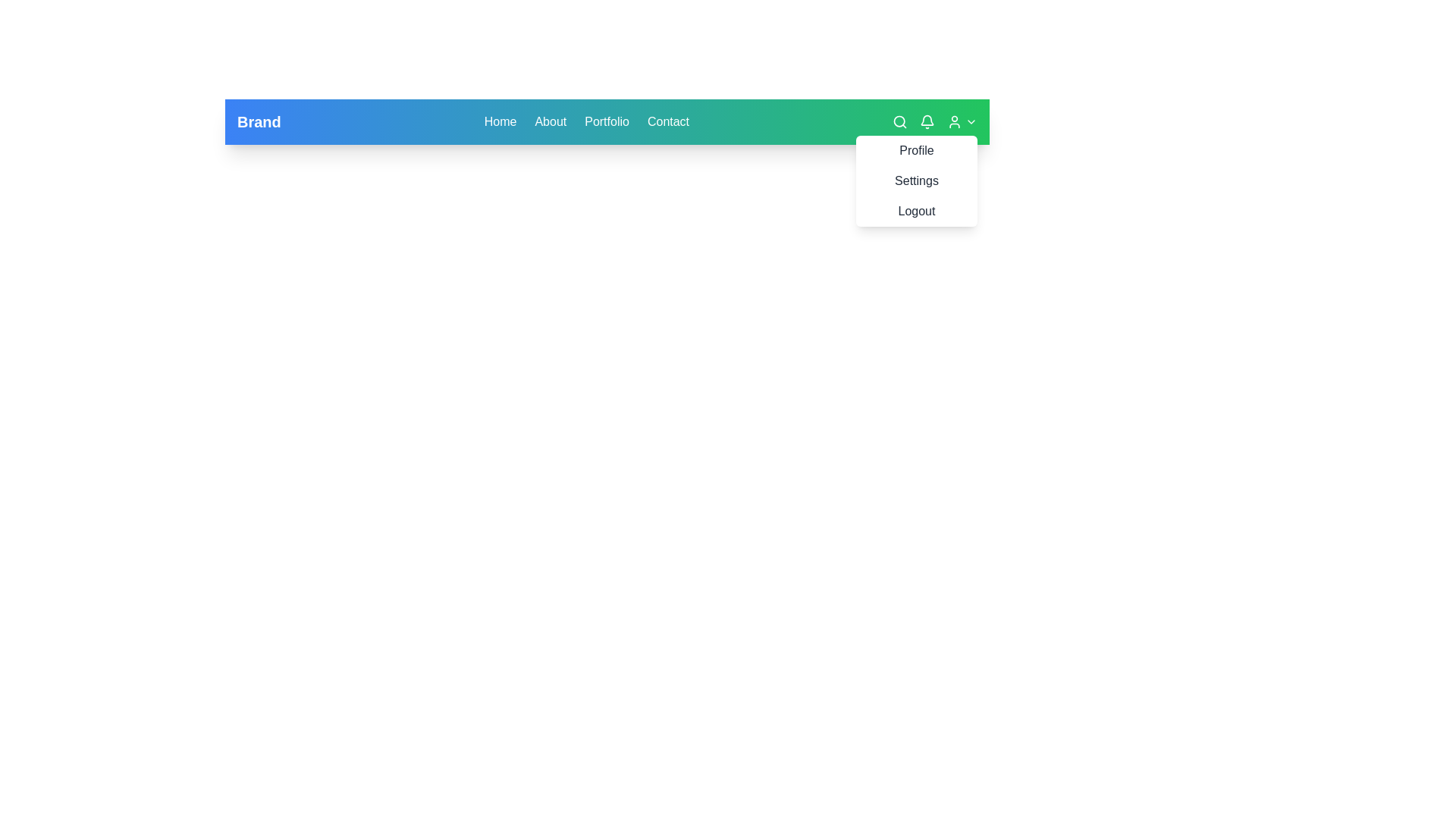 The image size is (1456, 819). What do you see at coordinates (934, 121) in the screenshot?
I see `the bell icon located in the notification area` at bounding box center [934, 121].